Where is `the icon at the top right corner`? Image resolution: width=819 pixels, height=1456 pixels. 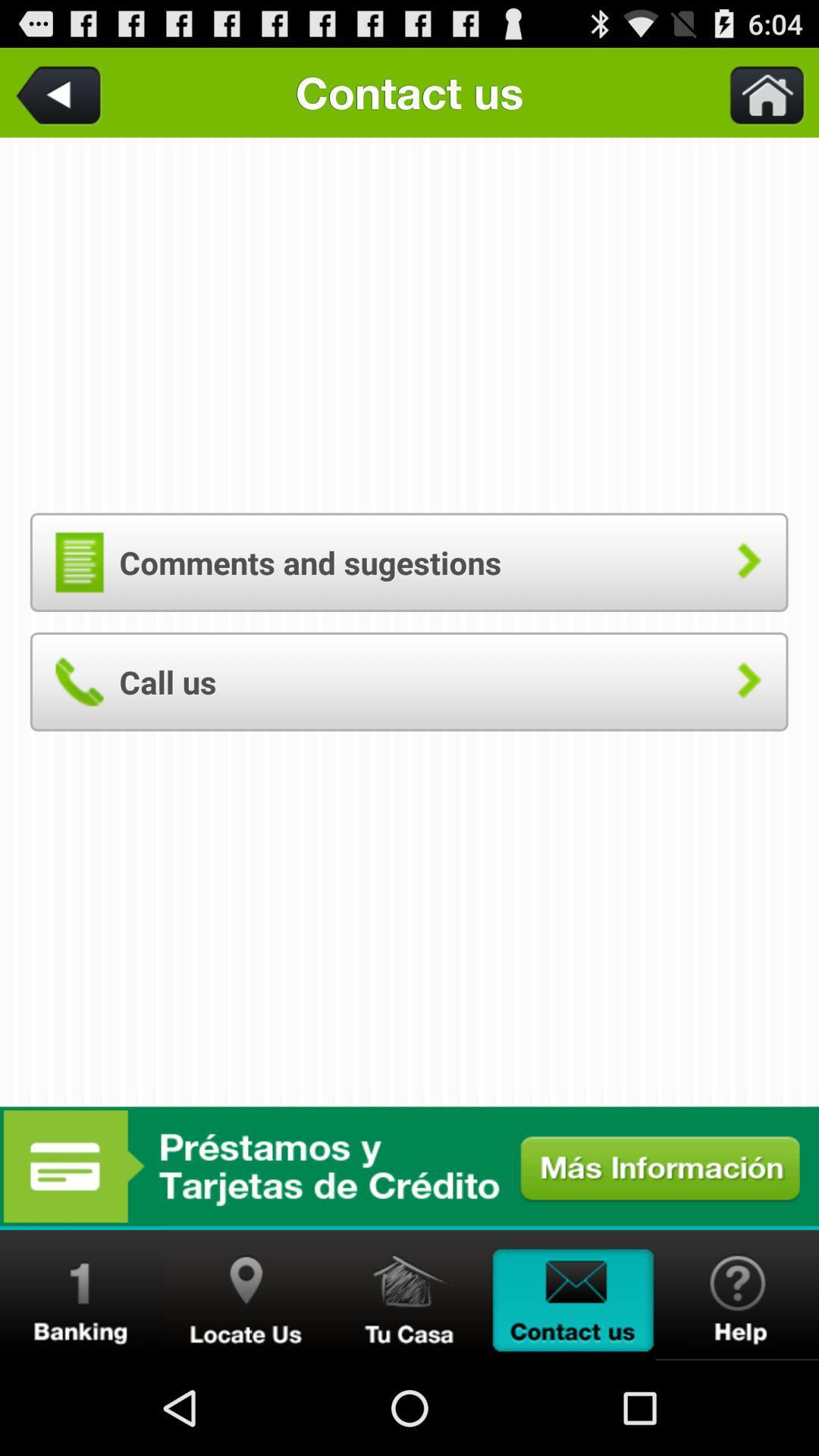
the icon at the top right corner is located at coordinates (758, 92).